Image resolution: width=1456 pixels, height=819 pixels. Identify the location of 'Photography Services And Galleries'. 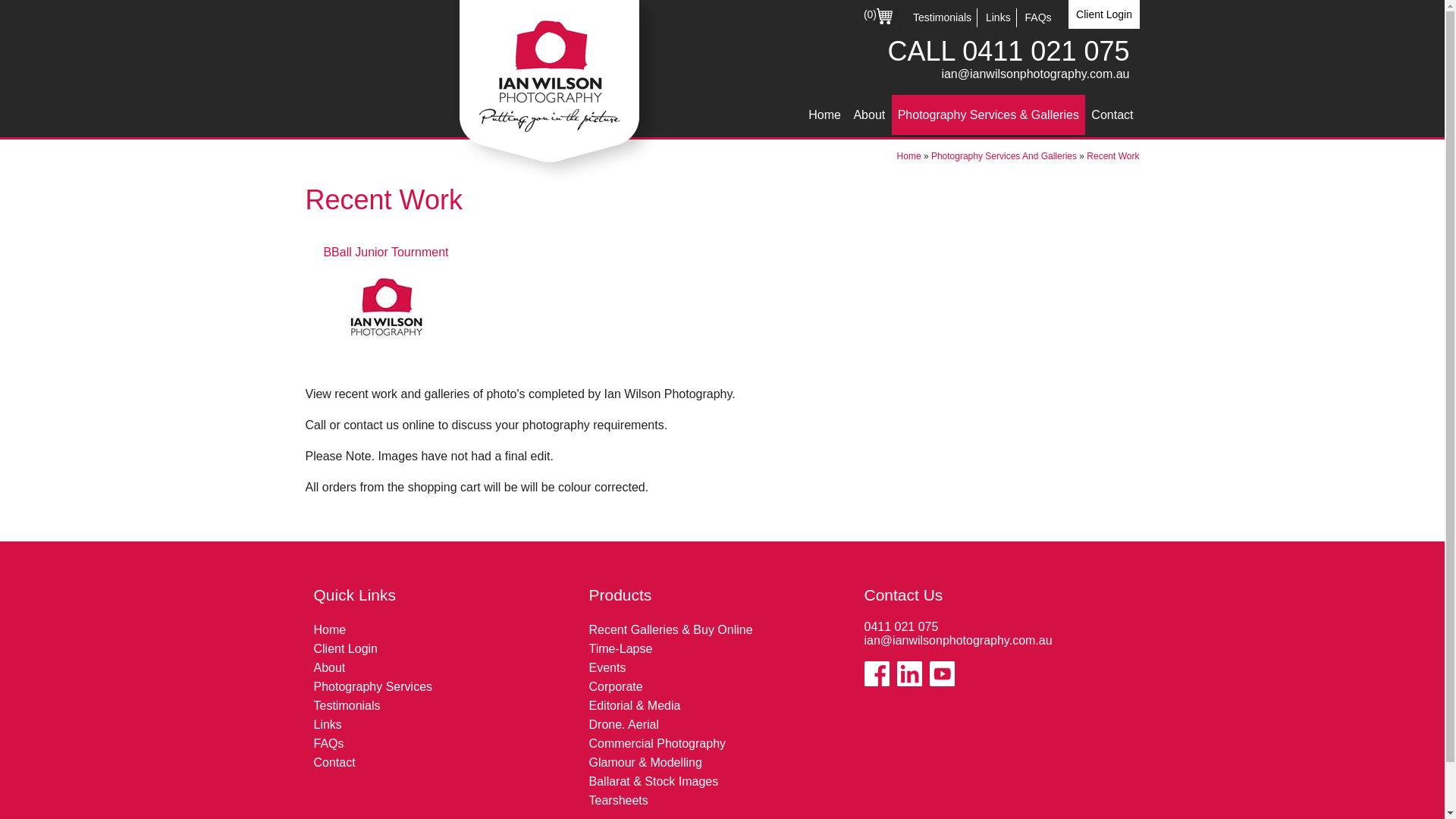
(1004, 155).